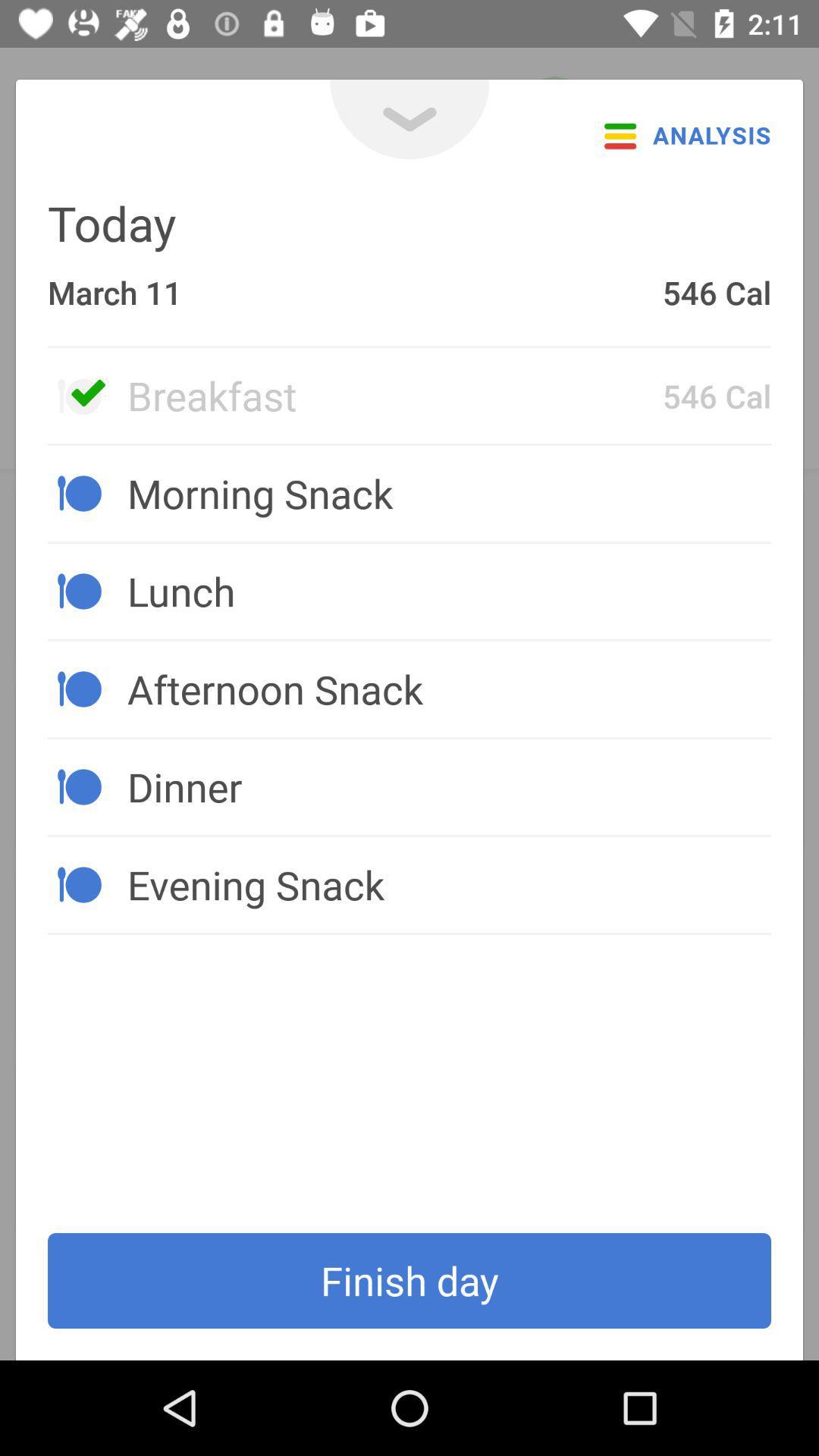 This screenshot has width=819, height=1456. What do you see at coordinates (448, 688) in the screenshot?
I see `the item below lunch icon` at bounding box center [448, 688].